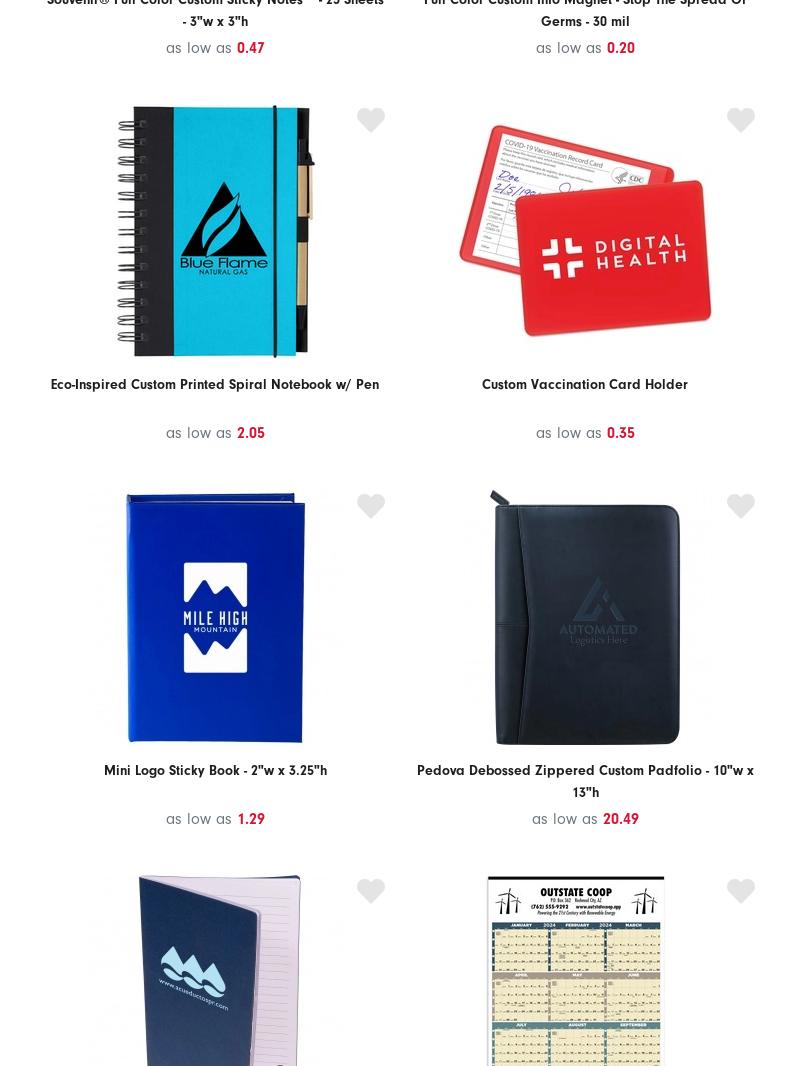 The image size is (800, 1066). I want to click on '20.49', so click(620, 818).